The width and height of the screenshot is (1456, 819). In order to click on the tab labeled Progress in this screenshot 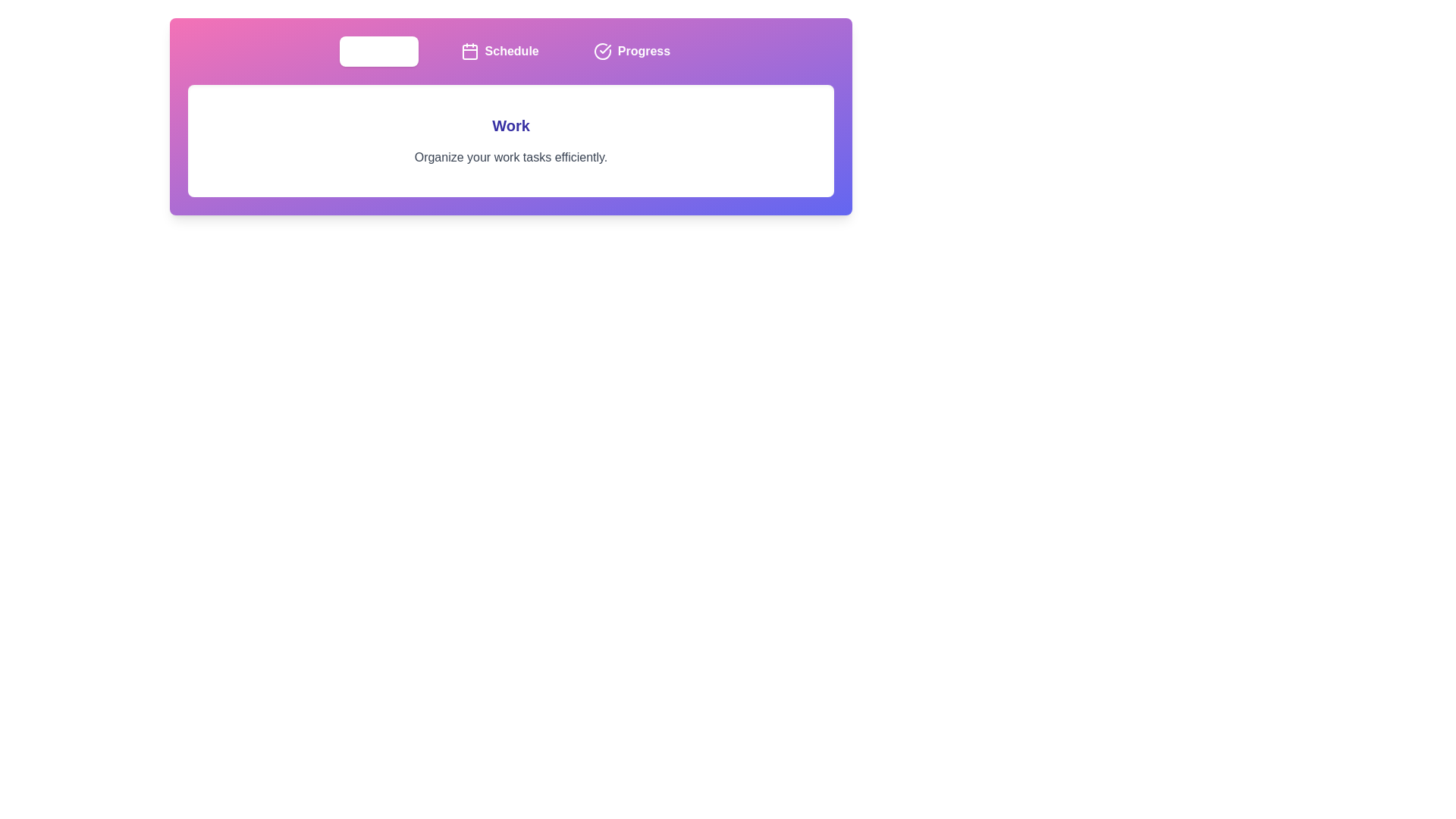, I will do `click(632, 51)`.